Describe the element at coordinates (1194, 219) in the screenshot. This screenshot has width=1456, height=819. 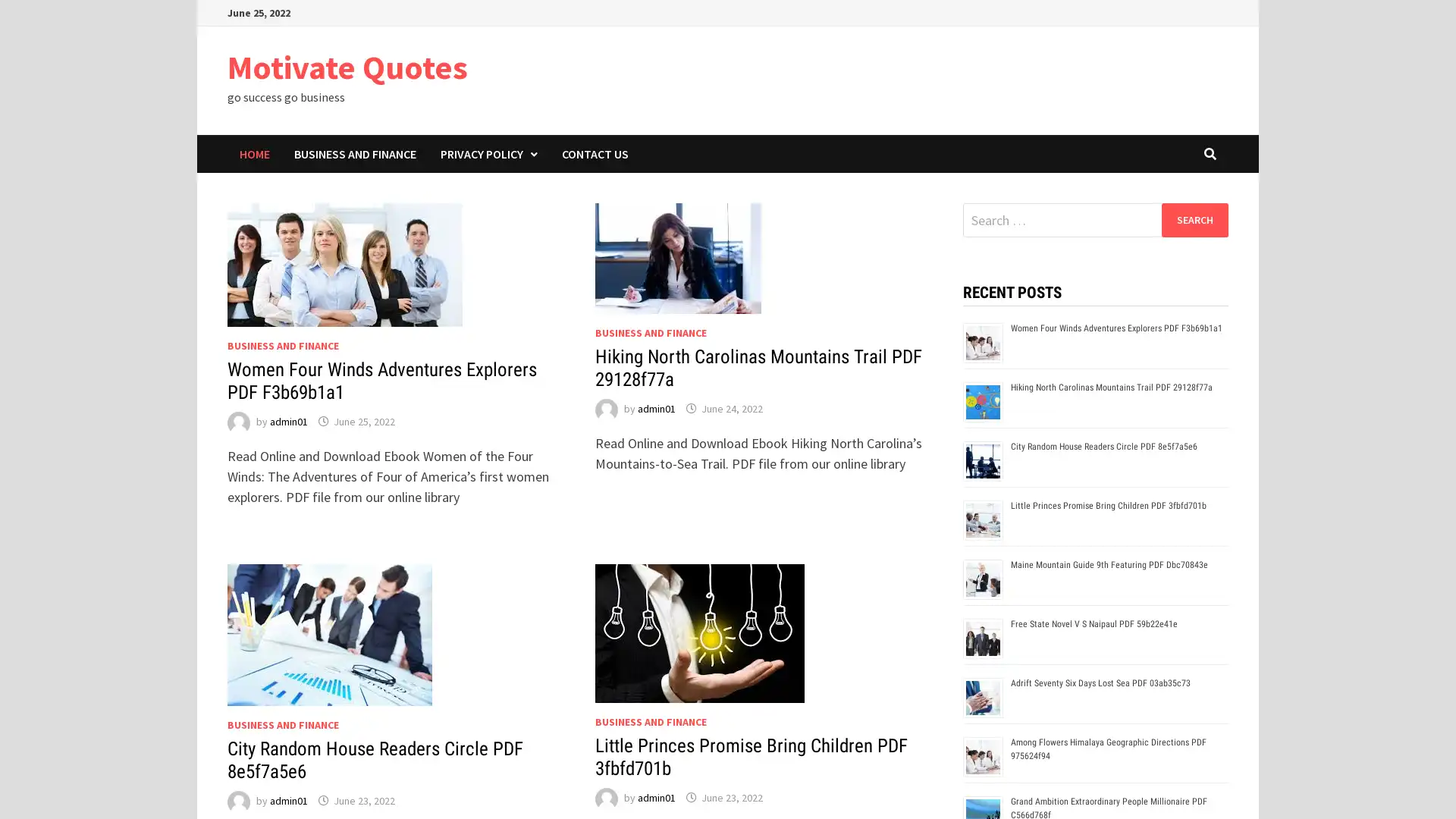
I see `Search` at that location.